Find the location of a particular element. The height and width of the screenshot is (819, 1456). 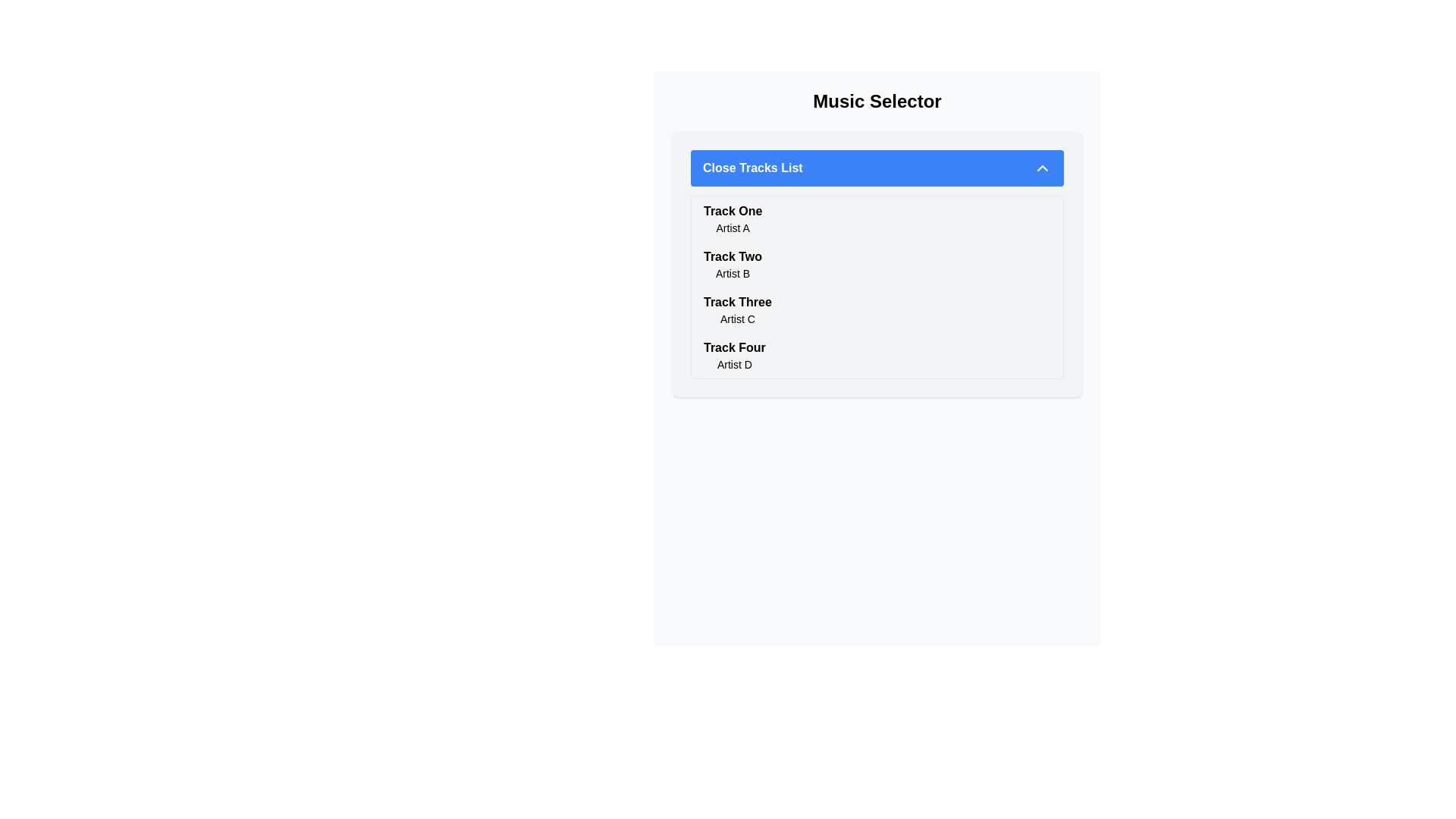

the list item containing 'Track Two' and 'Artist B' is located at coordinates (733, 263).